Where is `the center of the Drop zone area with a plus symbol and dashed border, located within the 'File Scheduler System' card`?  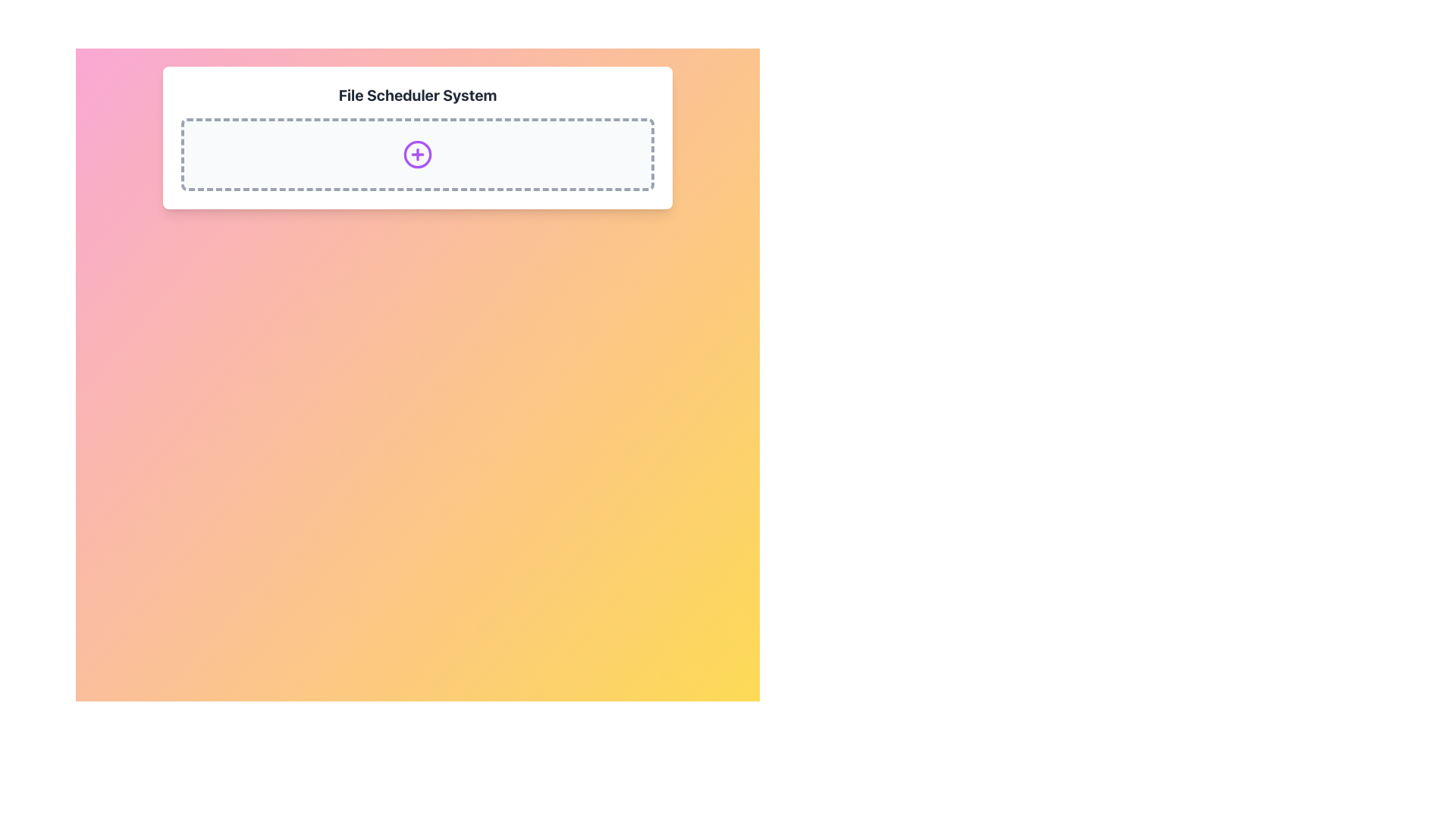 the center of the Drop zone area with a plus symbol and dashed border, located within the 'File Scheduler System' card is located at coordinates (418, 155).